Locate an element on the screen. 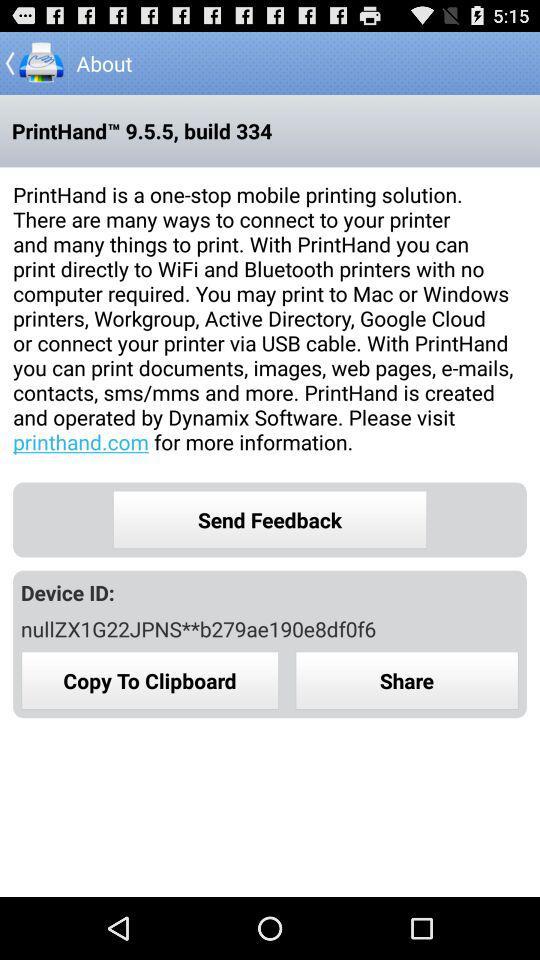 This screenshot has height=960, width=540. the app below the nullzx1g22jpns**b279ae190e8df0f6 item is located at coordinates (406, 680).